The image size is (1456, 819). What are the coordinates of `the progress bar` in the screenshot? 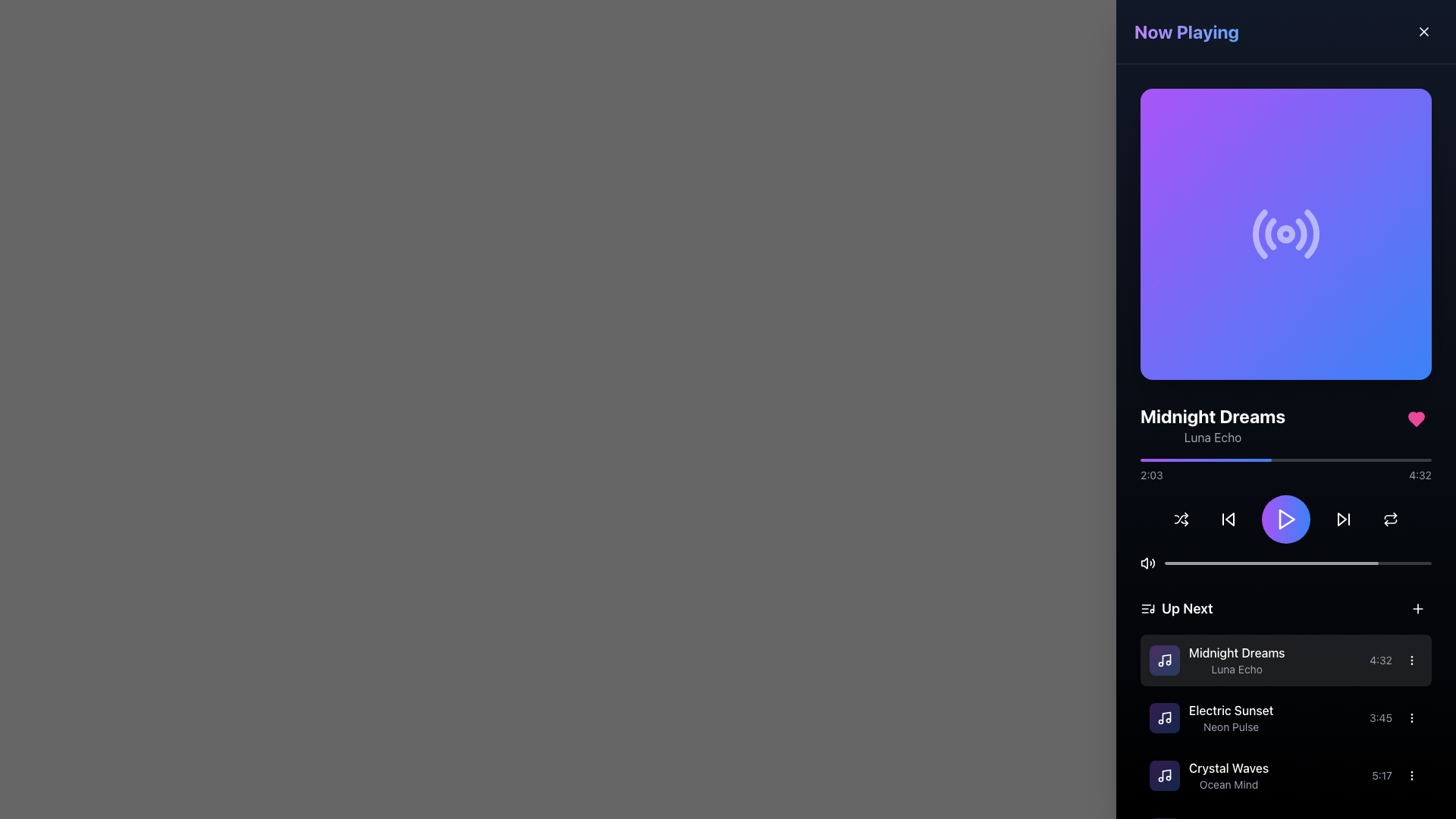 It's located at (1222, 459).